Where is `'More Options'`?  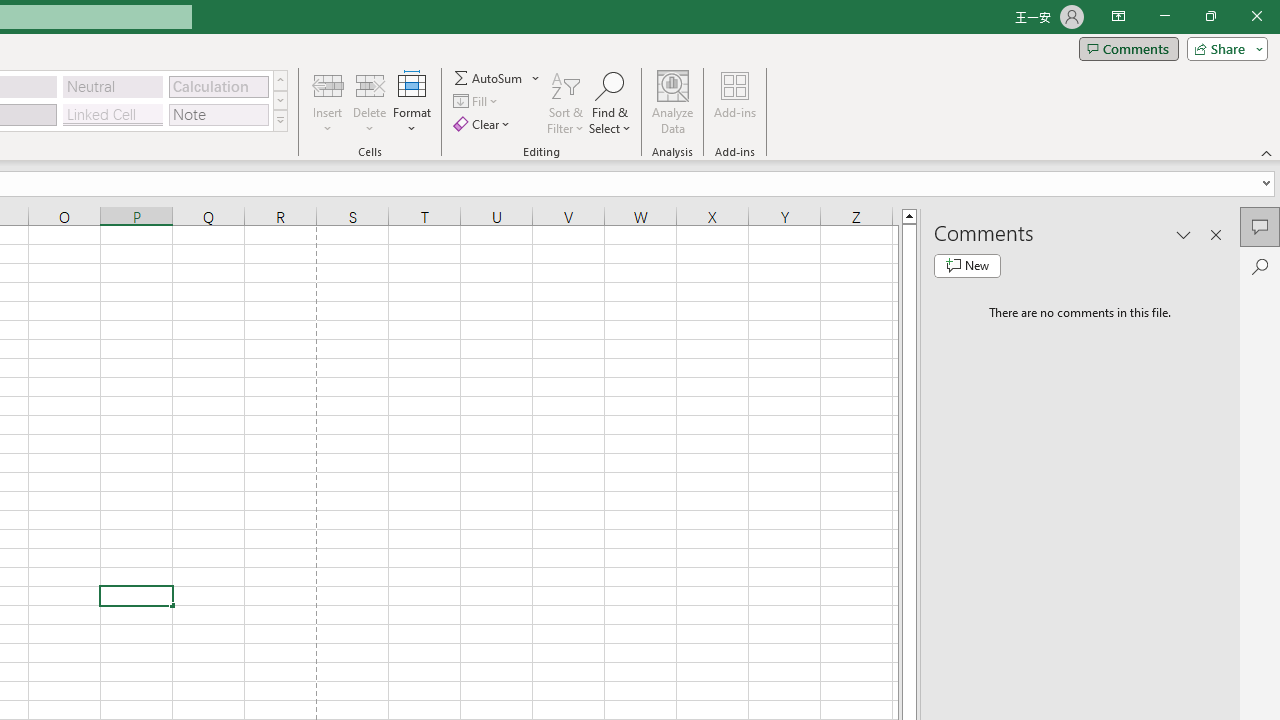
'More Options' is located at coordinates (536, 77).